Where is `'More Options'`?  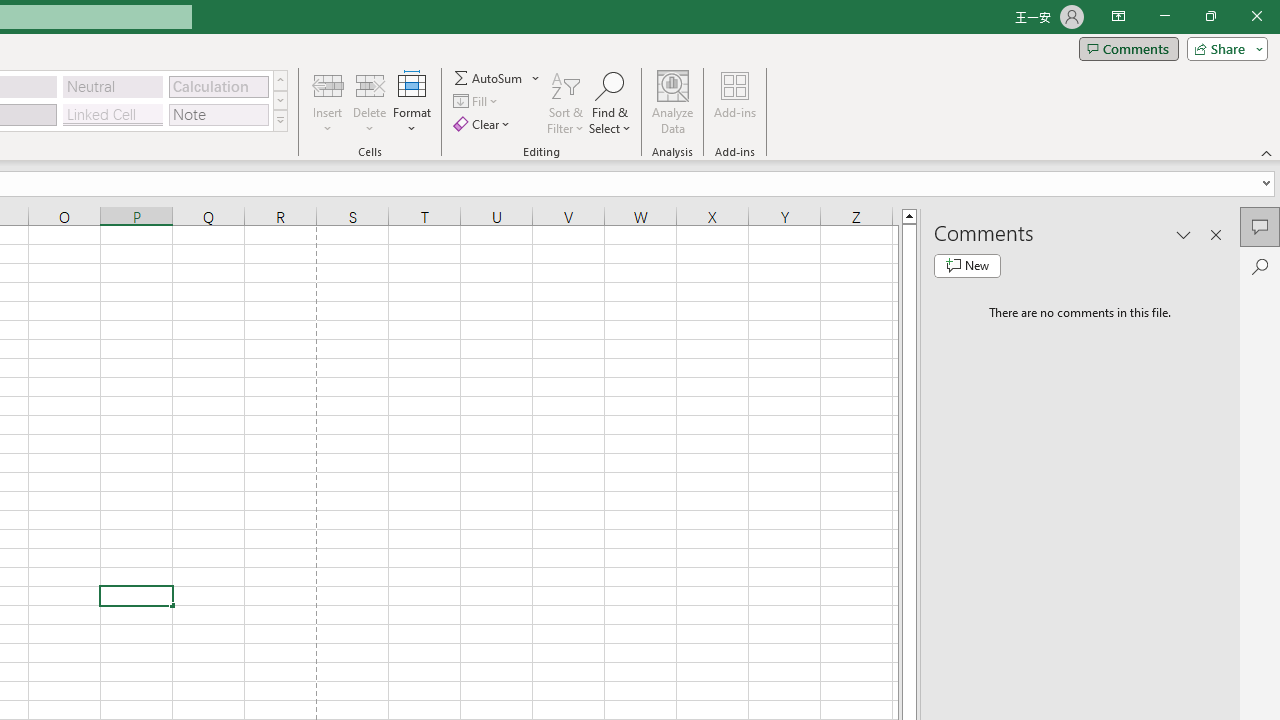
'More Options' is located at coordinates (536, 77).